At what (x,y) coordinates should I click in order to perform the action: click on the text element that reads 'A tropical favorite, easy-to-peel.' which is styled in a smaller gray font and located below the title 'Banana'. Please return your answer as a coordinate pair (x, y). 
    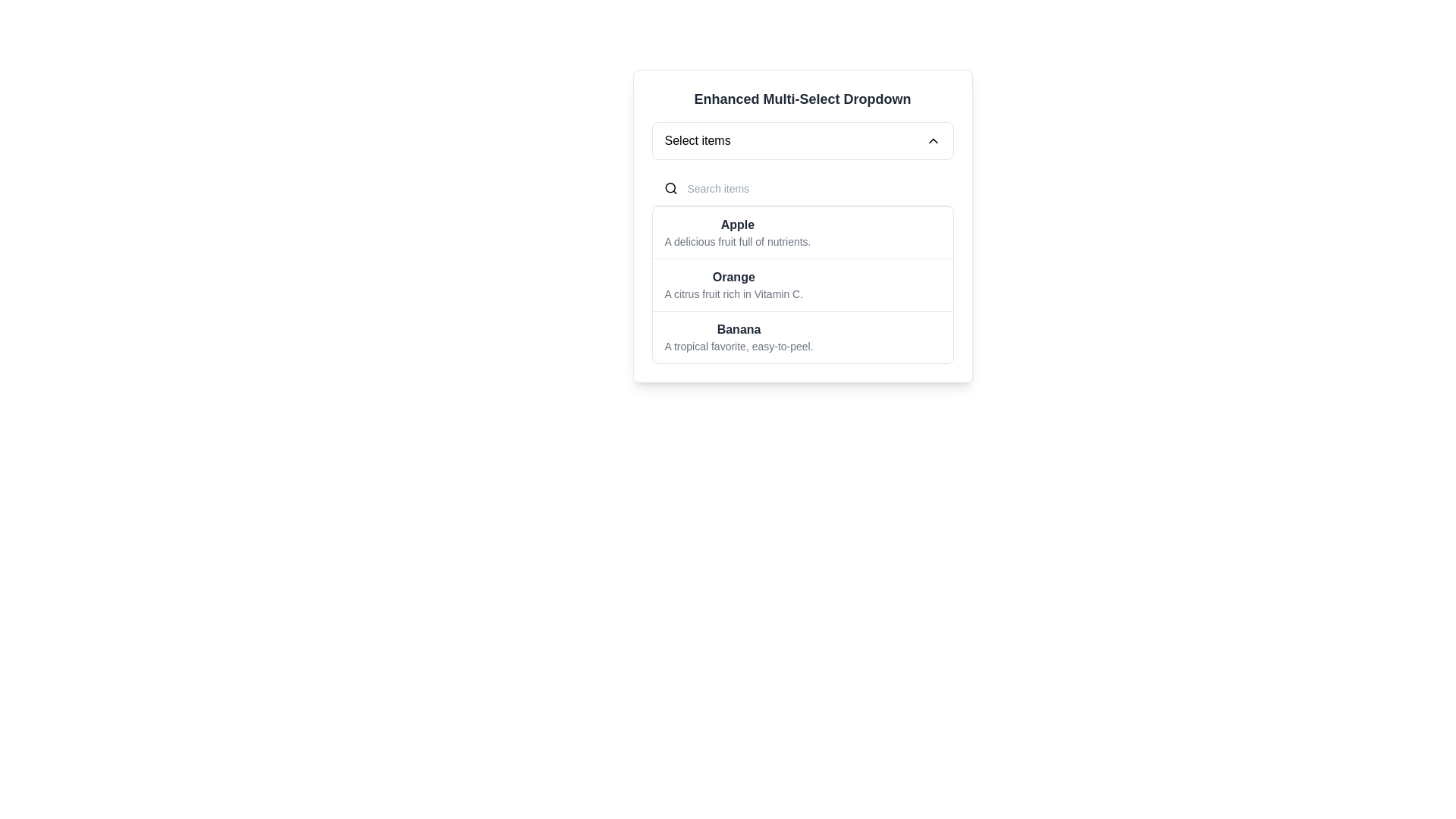
    Looking at the image, I should click on (739, 346).